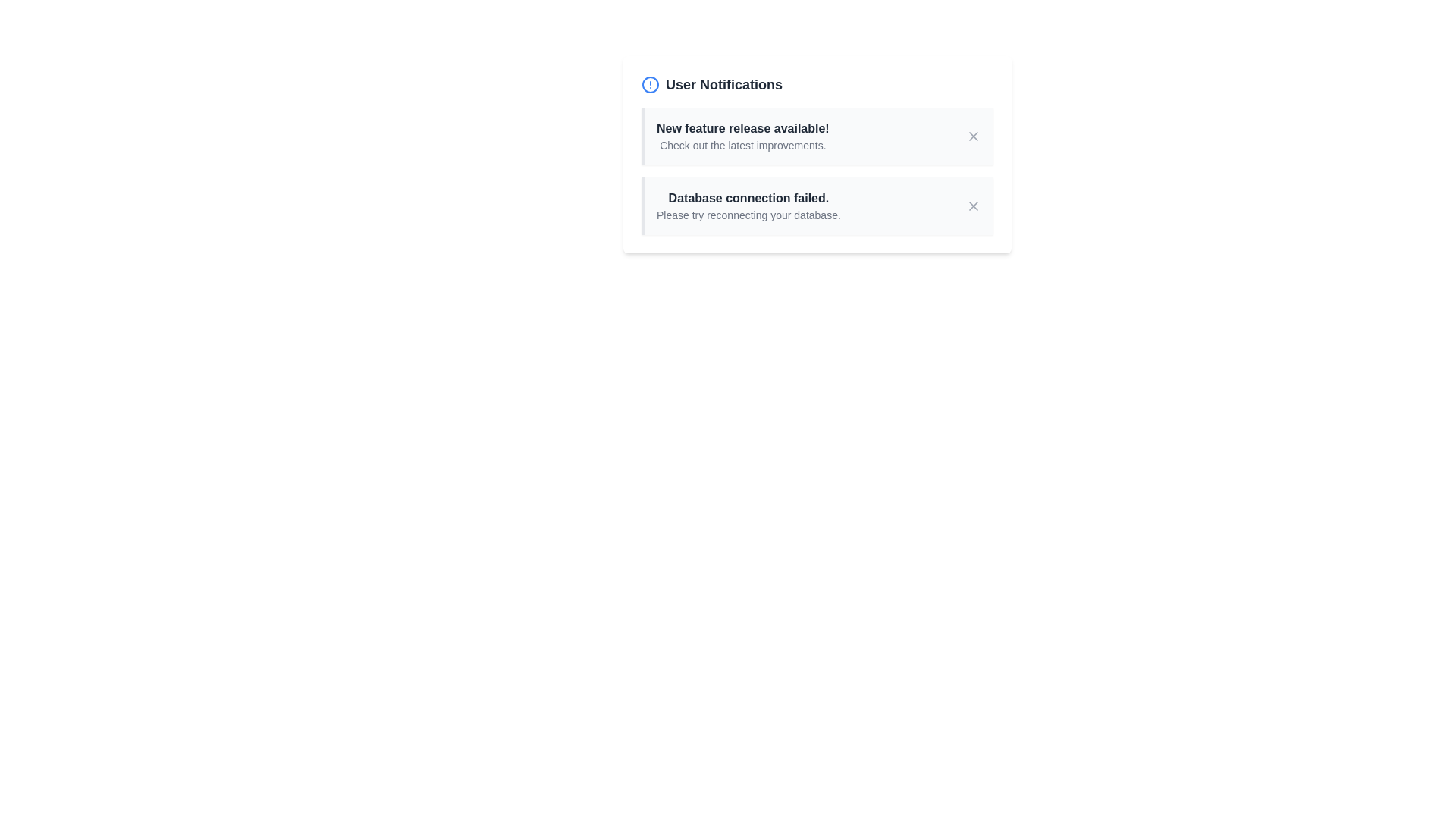 This screenshot has width=1456, height=819. I want to click on the bold text label reading 'New feature release available!' located at the top of the 'User Notifications' box, so click(742, 127).